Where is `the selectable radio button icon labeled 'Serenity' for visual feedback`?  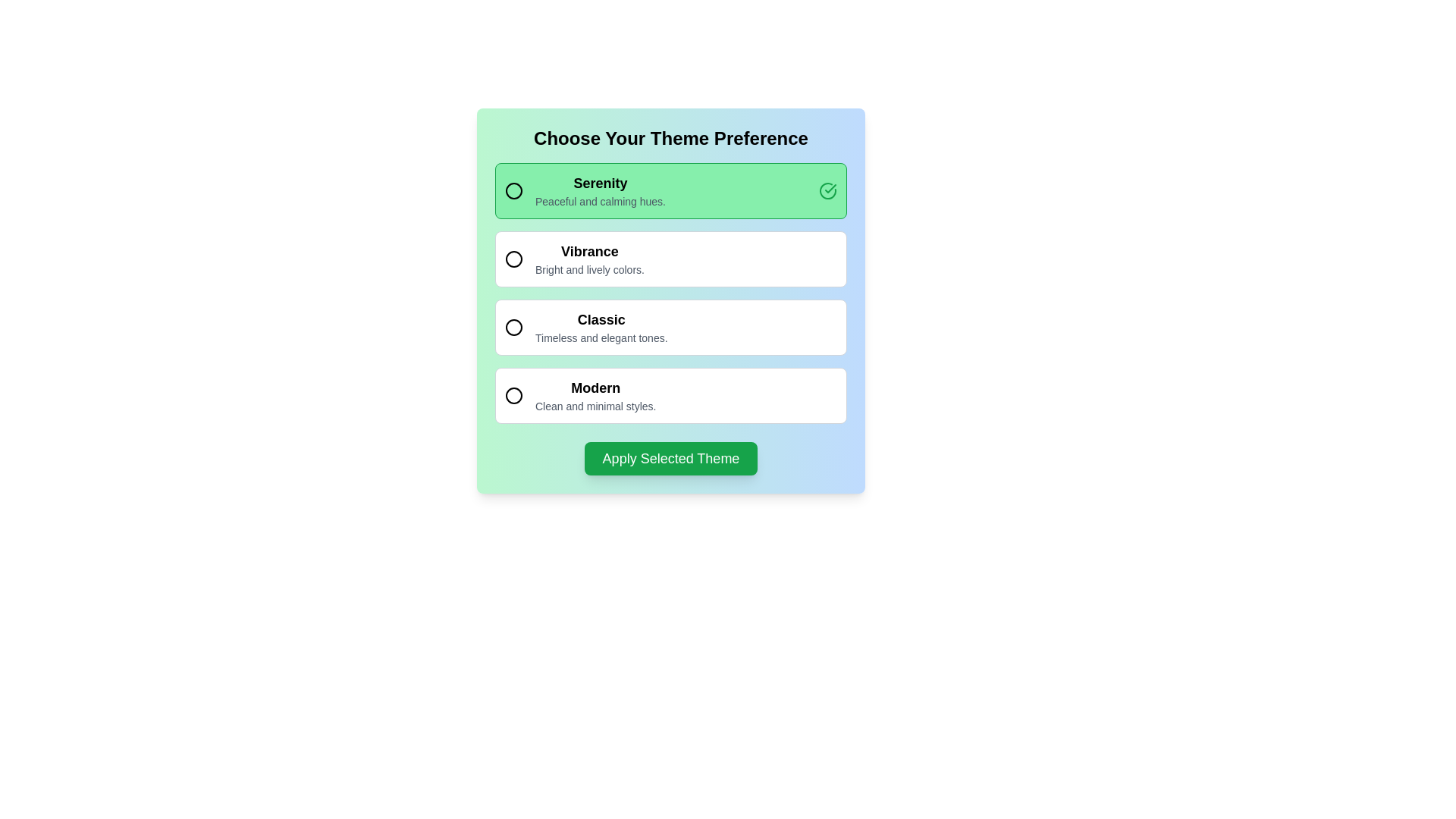
the selectable radio button icon labeled 'Serenity' for visual feedback is located at coordinates (513, 190).